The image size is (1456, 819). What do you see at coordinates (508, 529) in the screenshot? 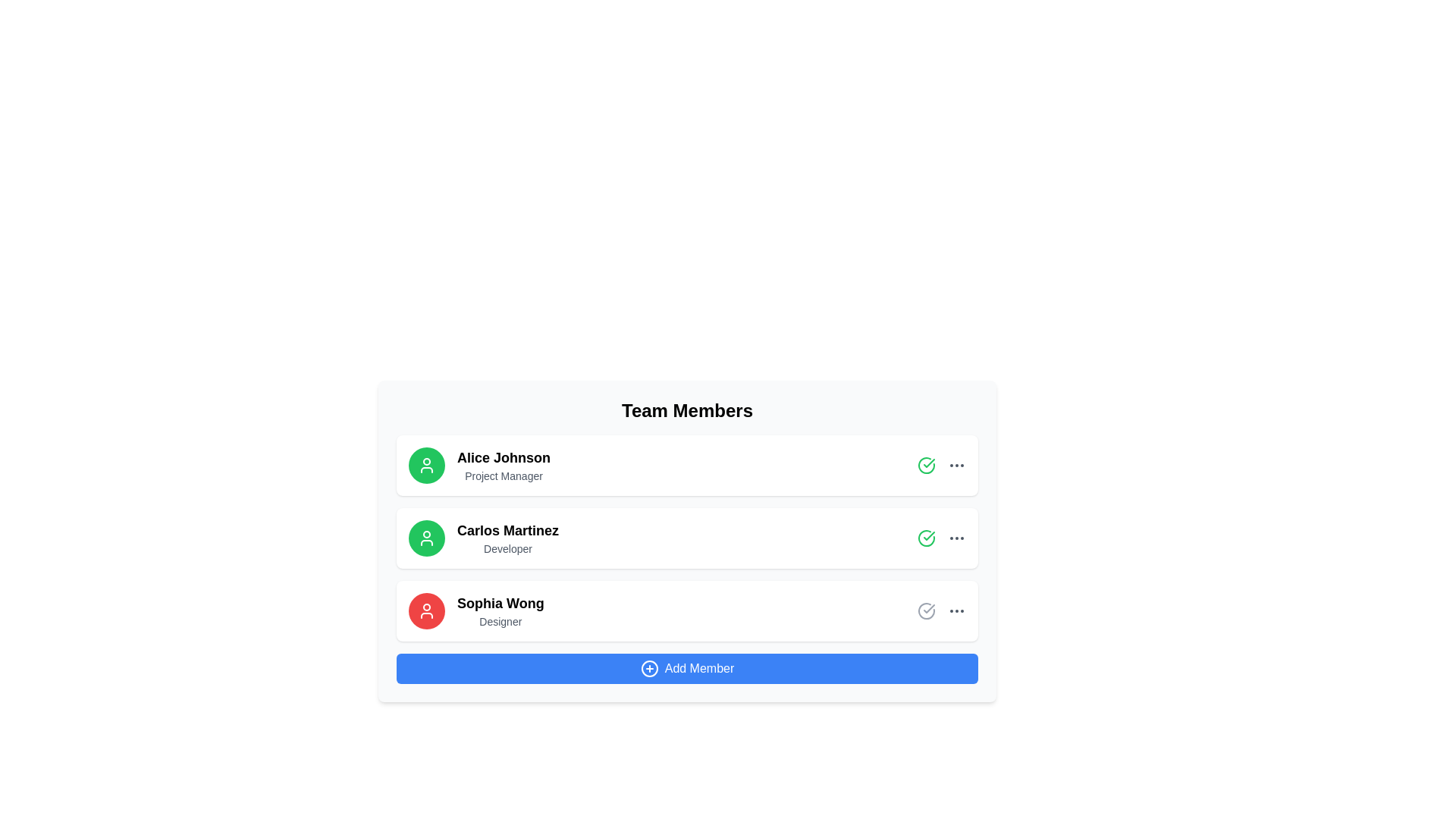
I see `the text display element indicating the team member's name in the 'Team Members' list` at bounding box center [508, 529].